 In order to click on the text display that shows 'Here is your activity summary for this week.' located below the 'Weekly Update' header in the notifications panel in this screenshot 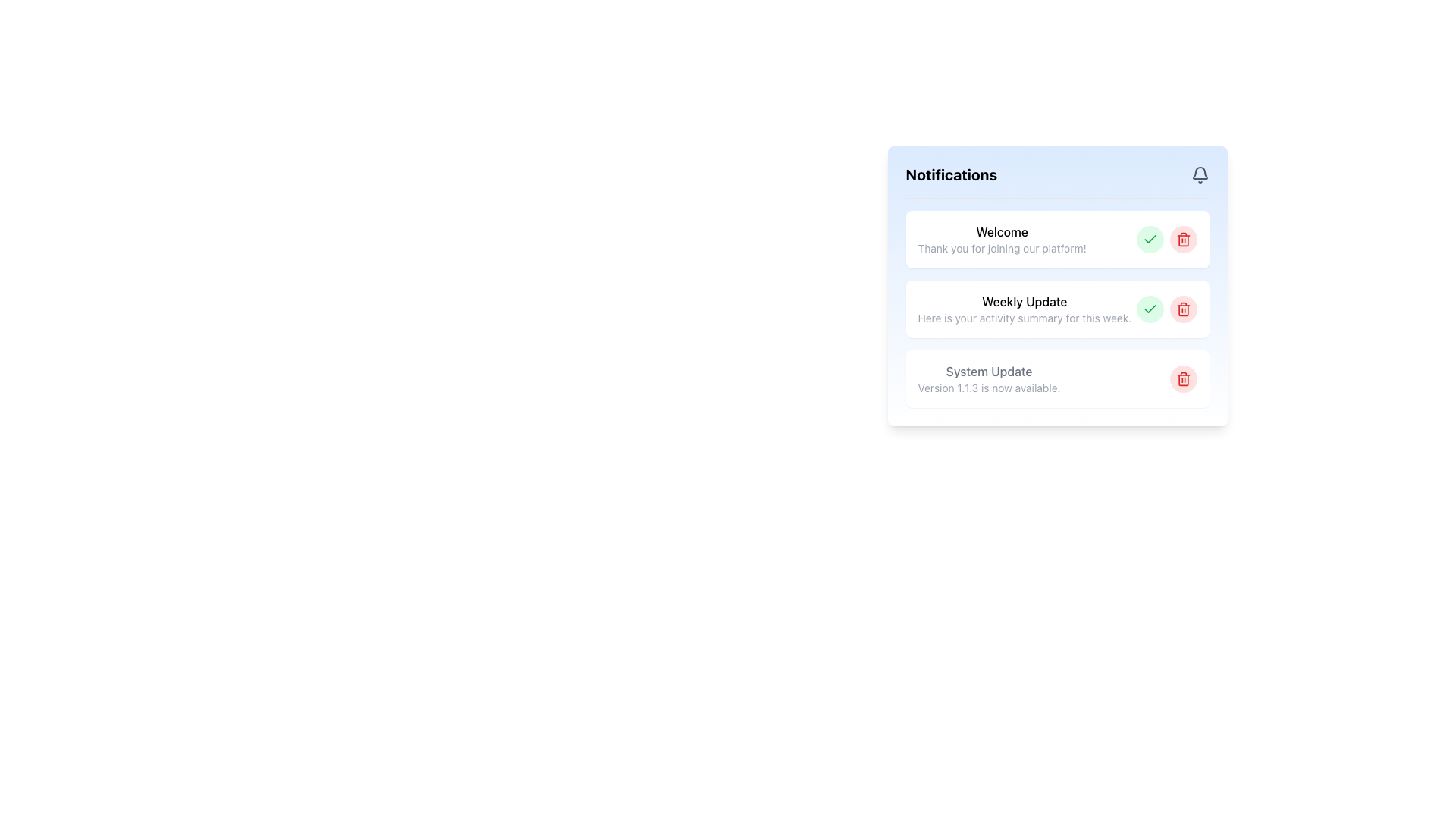, I will do `click(1025, 318)`.